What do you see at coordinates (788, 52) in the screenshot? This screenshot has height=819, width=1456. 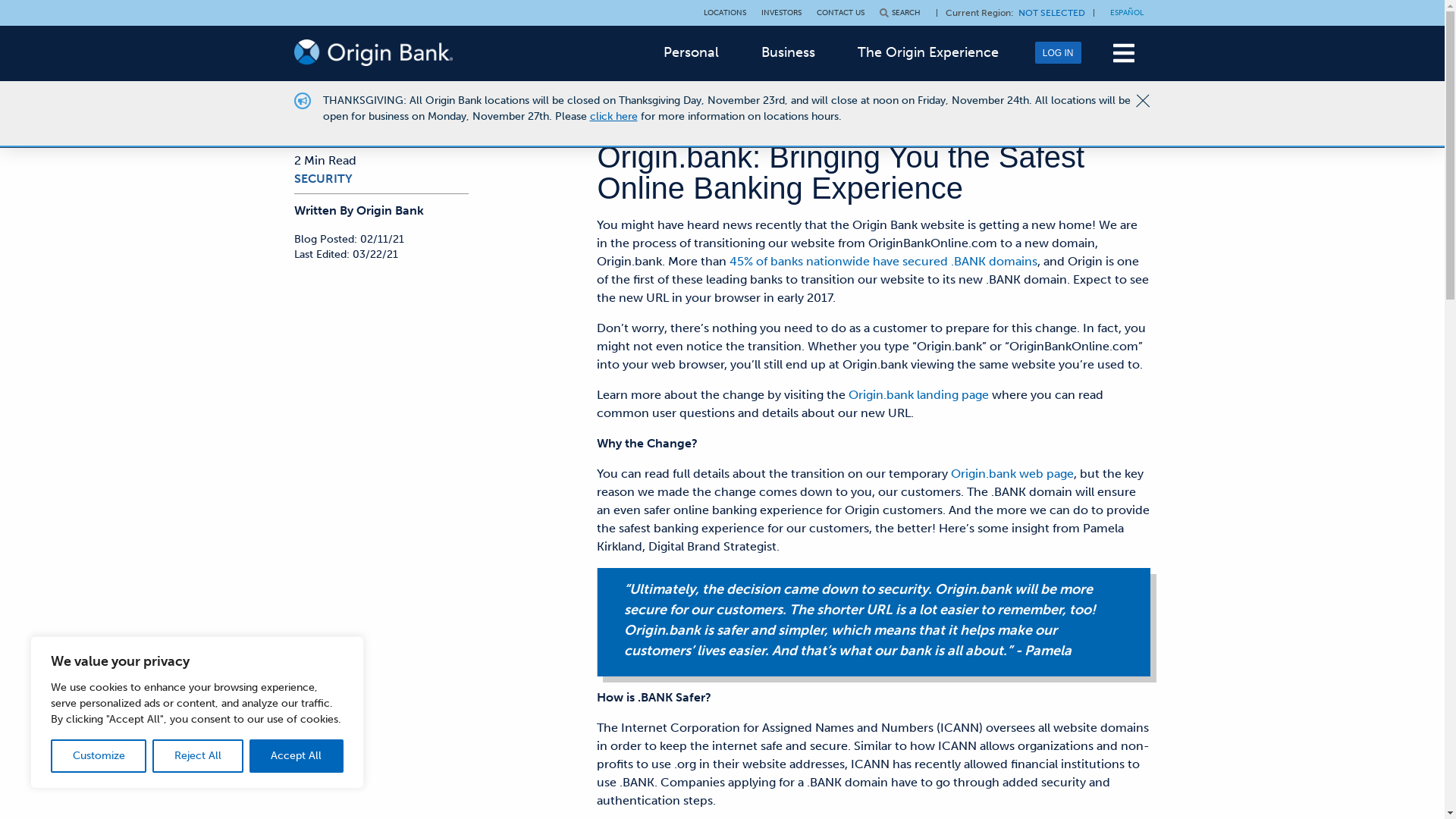 I see `'Business'` at bounding box center [788, 52].